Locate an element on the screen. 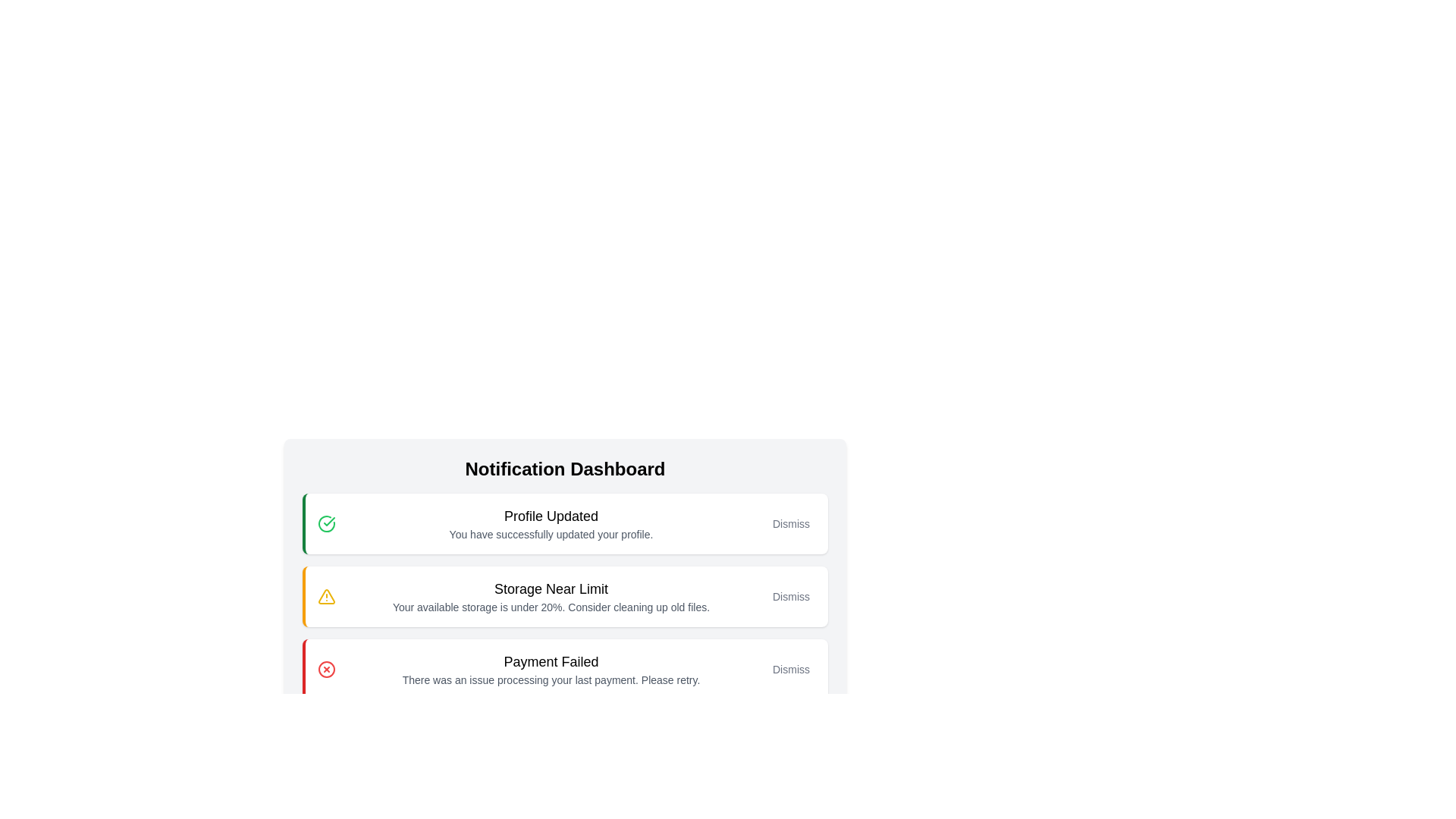 This screenshot has height=819, width=1456. text heading 'Storage Near Limit' located at the top of the second notification box, which is positioned between 'Profile Updated' and 'Payment Failed' is located at coordinates (550, 588).